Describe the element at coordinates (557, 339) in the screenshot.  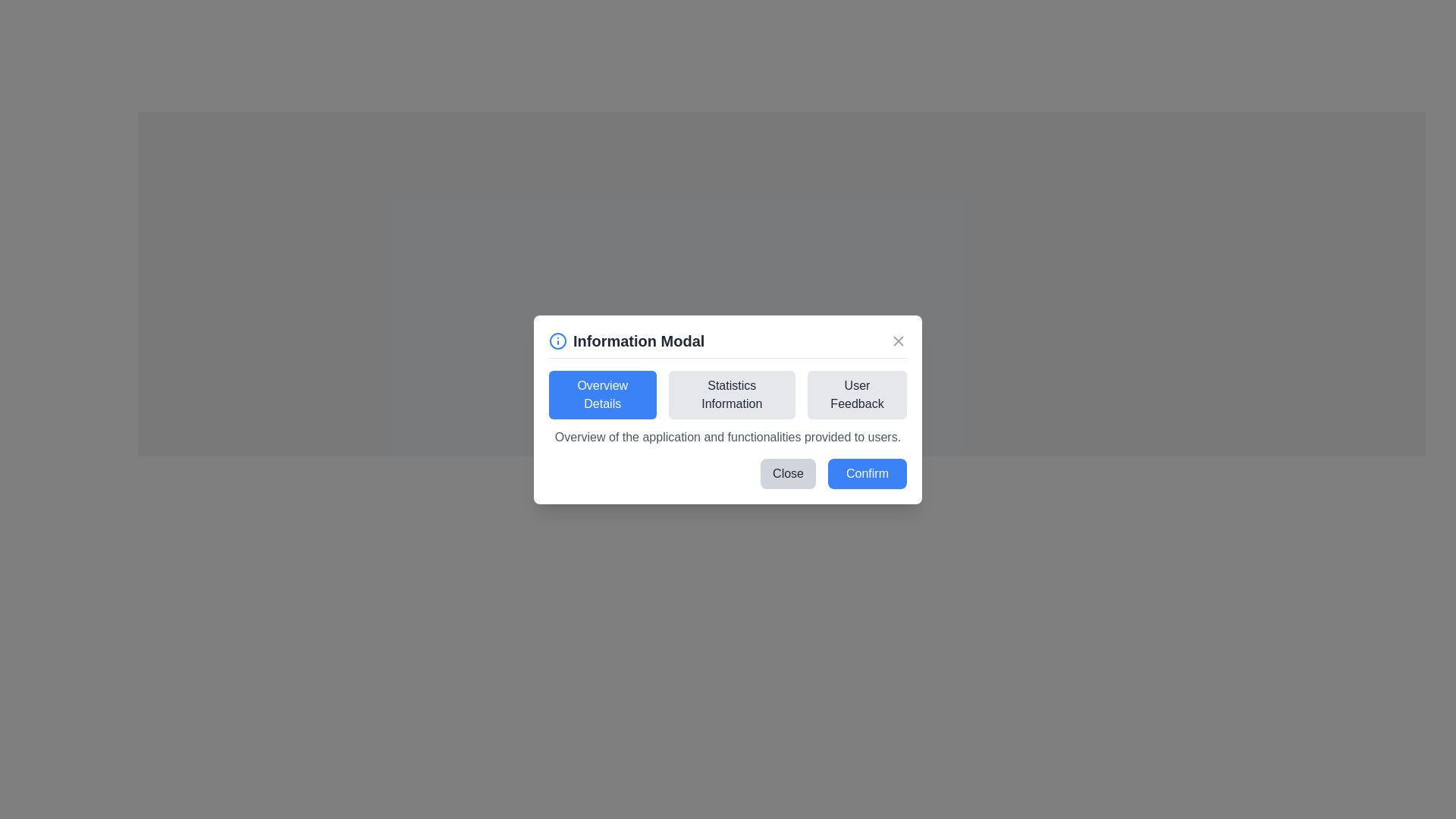
I see `the blue circular information icon located on the left side of the header of the Information Modal, preceding the text 'Information Modal'` at that location.